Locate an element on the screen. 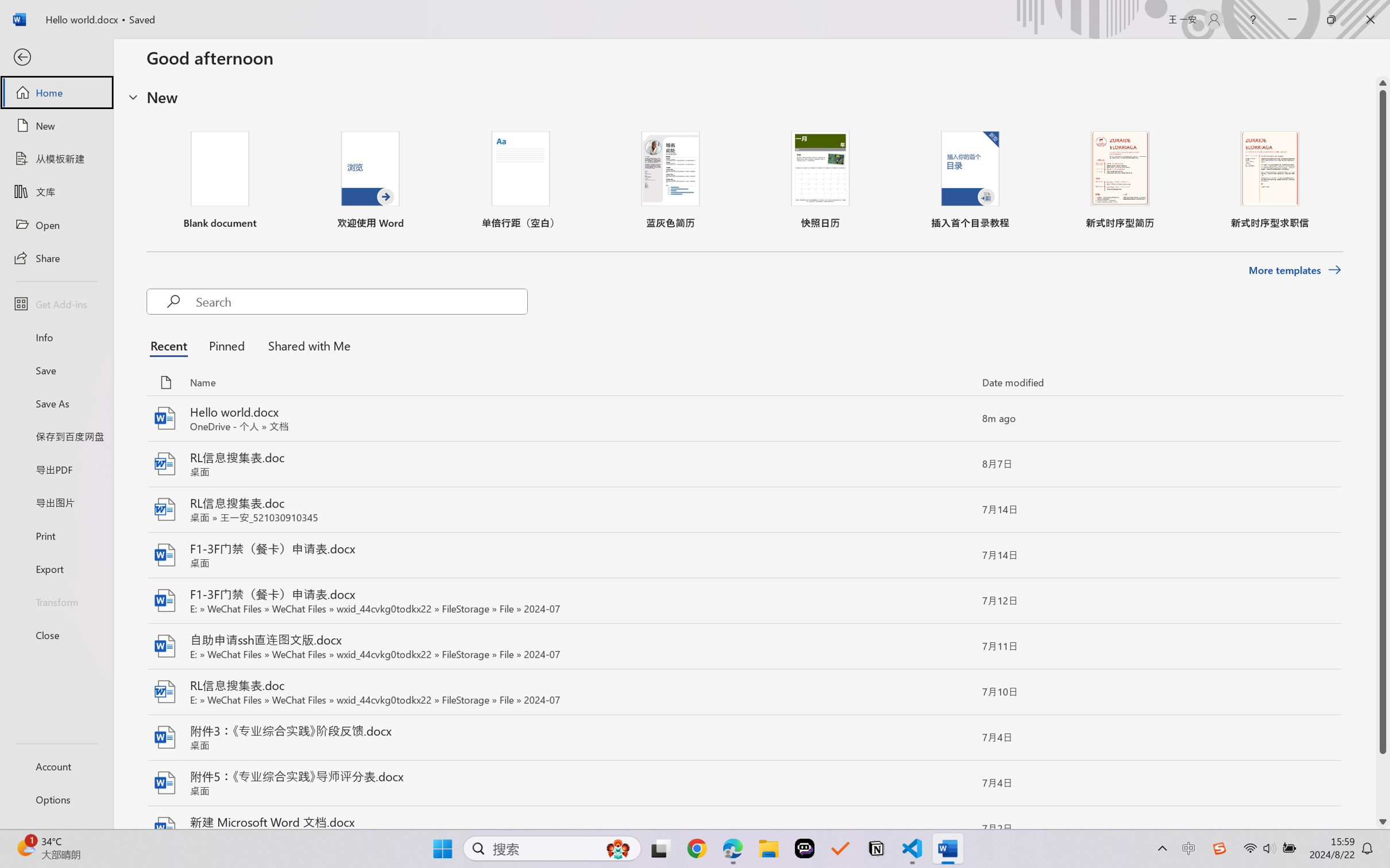 Image resolution: width=1390 pixels, height=868 pixels. 'Get Add-ins' is located at coordinates (56, 303).